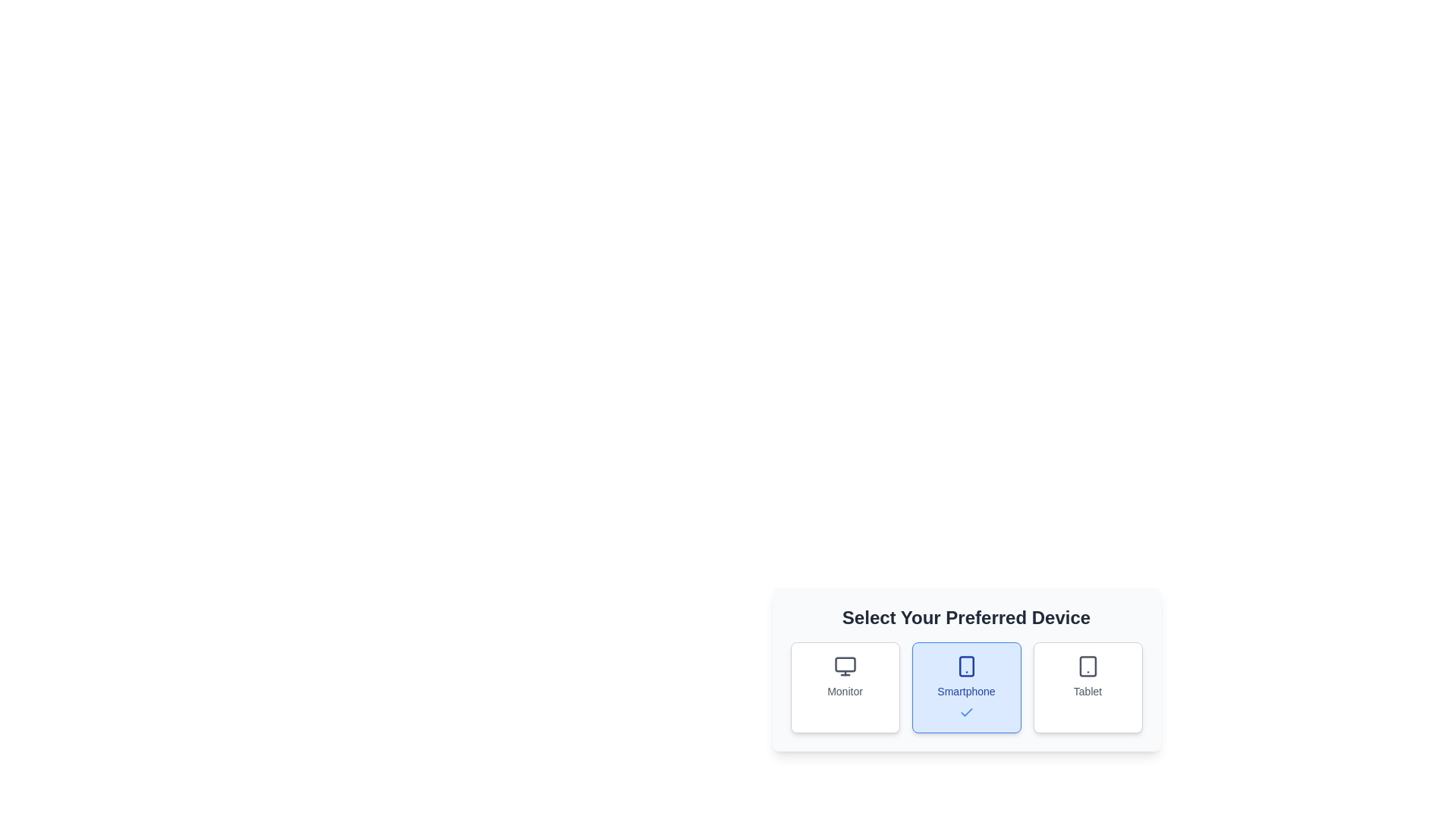 Image resolution: width=1456 pixels, height=819 pixels. What do you see at coordinates (1087, 666) in the screenshot?
I see `the 'Tablet' device icon in the selection menu` at bounding box center [1087, 666].